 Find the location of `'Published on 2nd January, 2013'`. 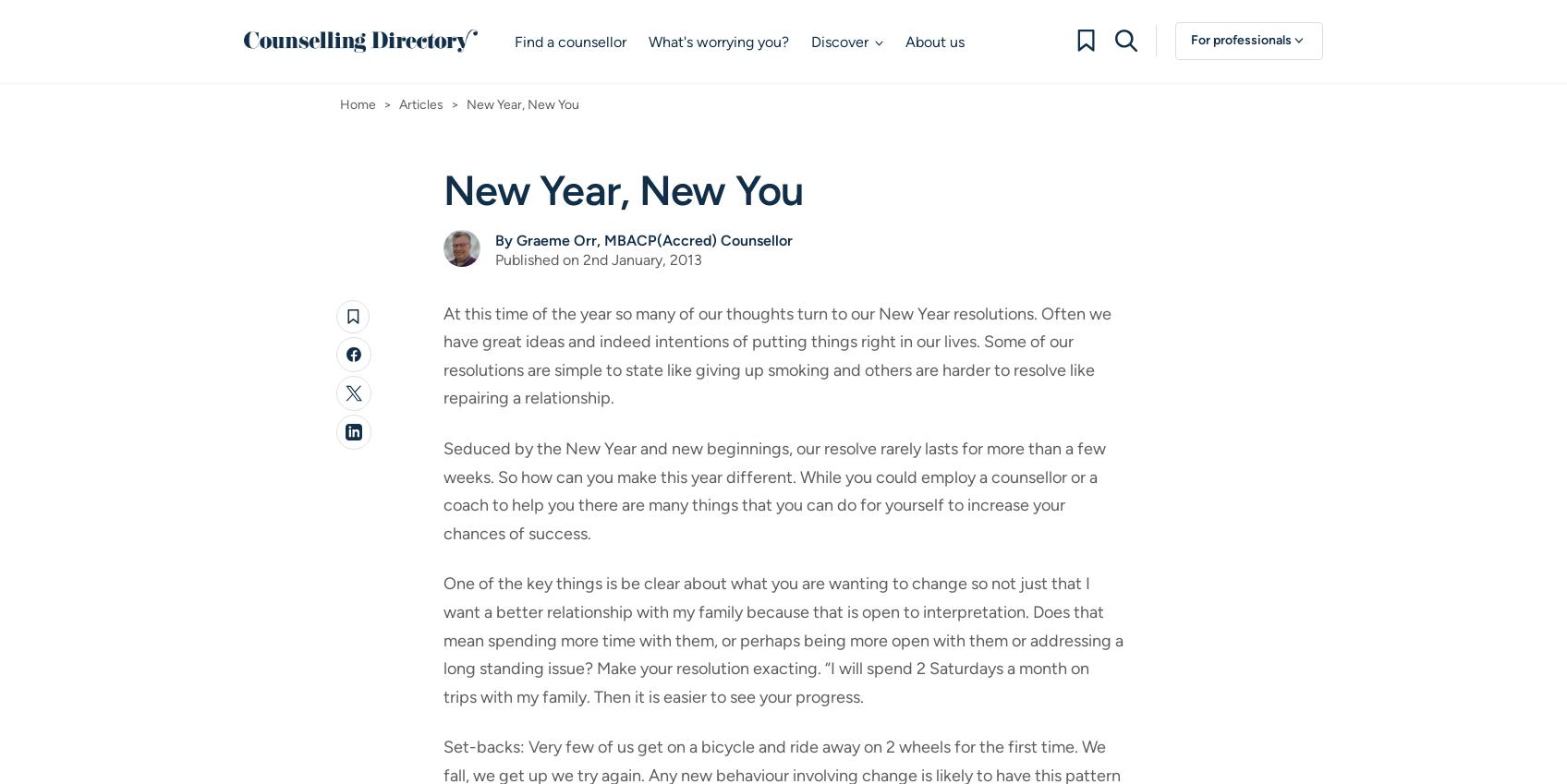

'Published on 2nd January, 2013' is located at coordinates (598, 259).